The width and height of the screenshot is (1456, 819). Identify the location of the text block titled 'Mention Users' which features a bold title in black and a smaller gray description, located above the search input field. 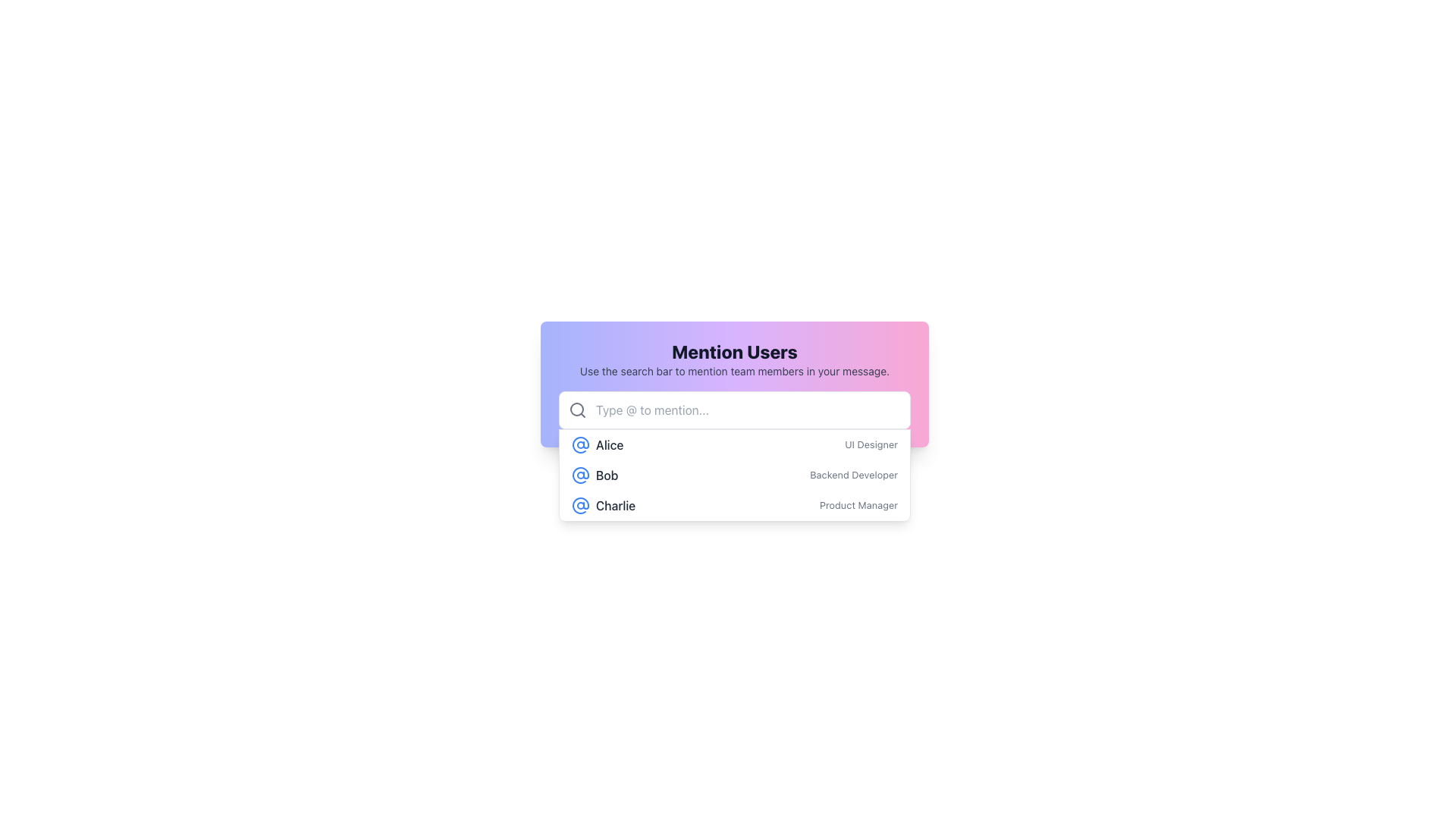
(735, 359).